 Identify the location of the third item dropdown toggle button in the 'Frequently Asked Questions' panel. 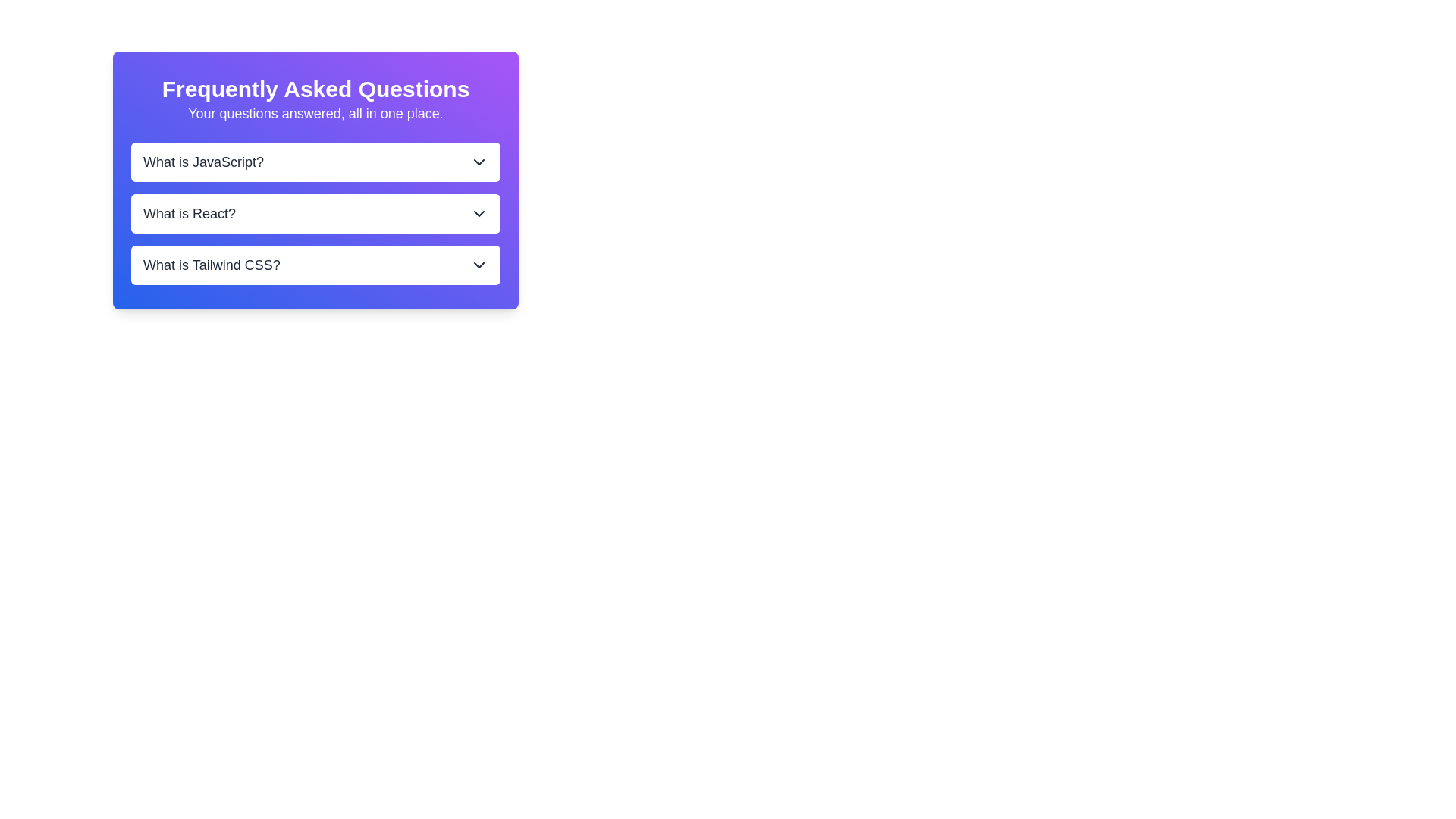
(315, 265).